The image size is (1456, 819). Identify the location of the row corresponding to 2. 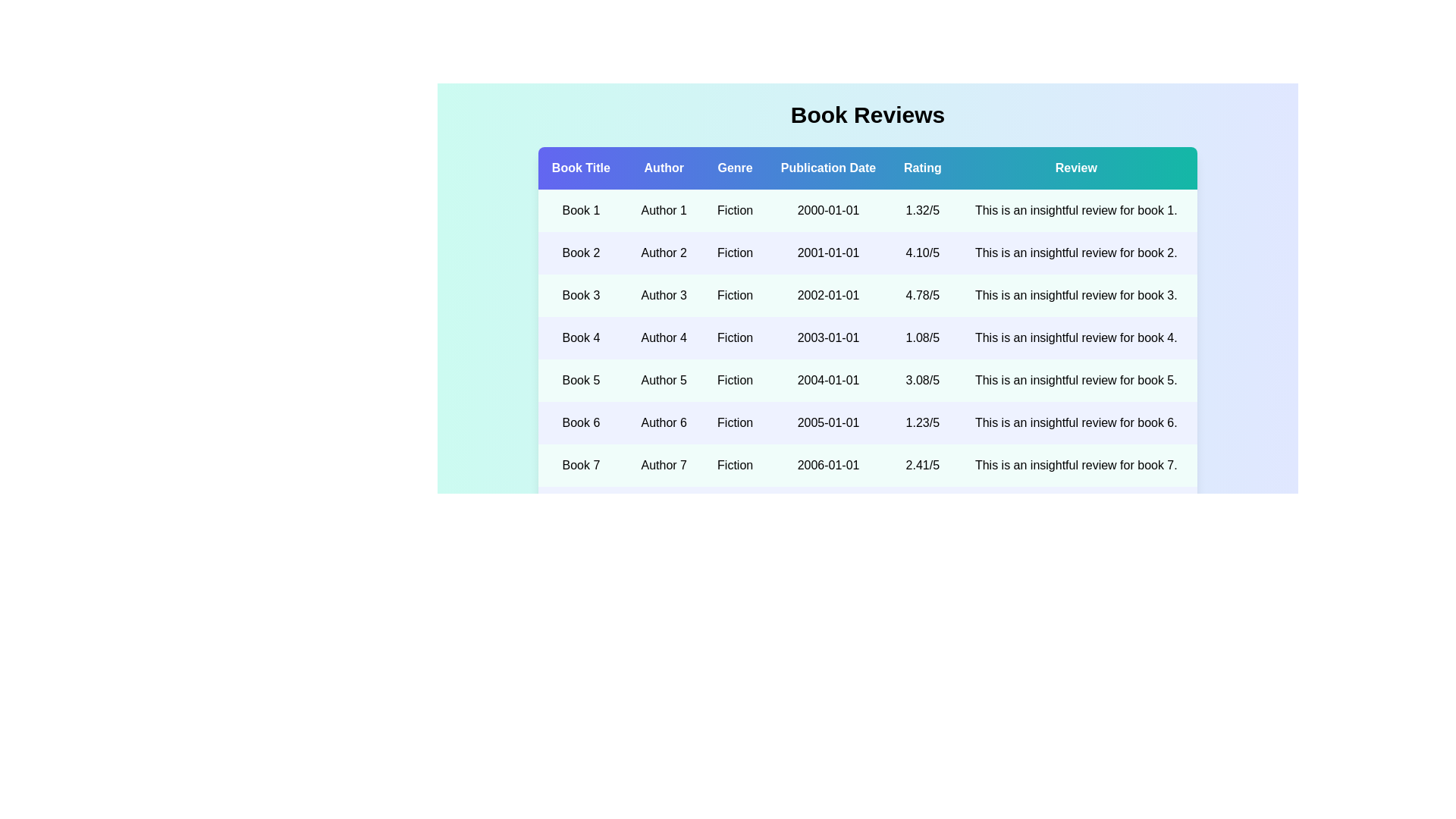
(868, 253).